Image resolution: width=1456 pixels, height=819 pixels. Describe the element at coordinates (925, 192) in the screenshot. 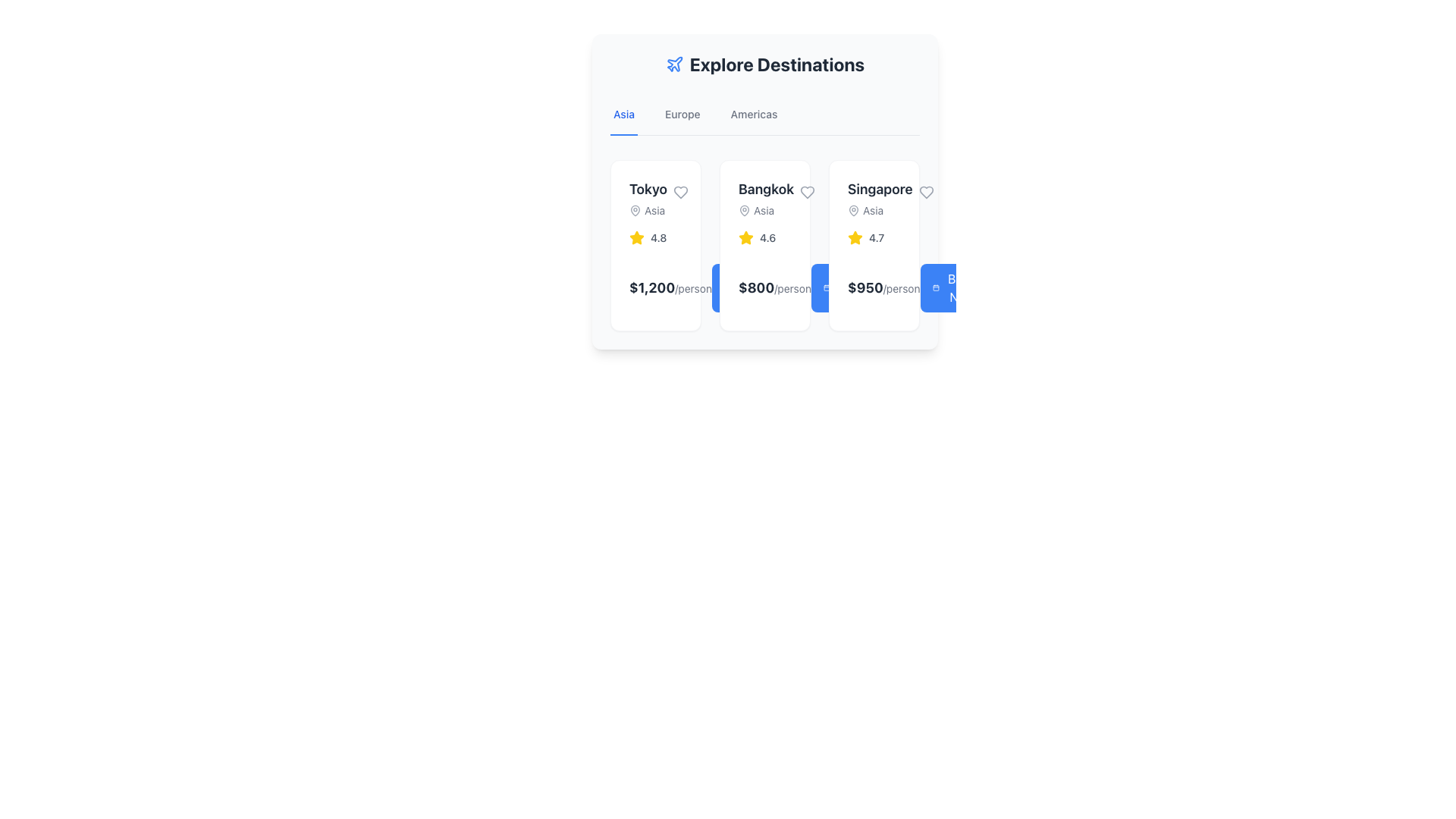

I see `the heart-shaped icon` at that location.